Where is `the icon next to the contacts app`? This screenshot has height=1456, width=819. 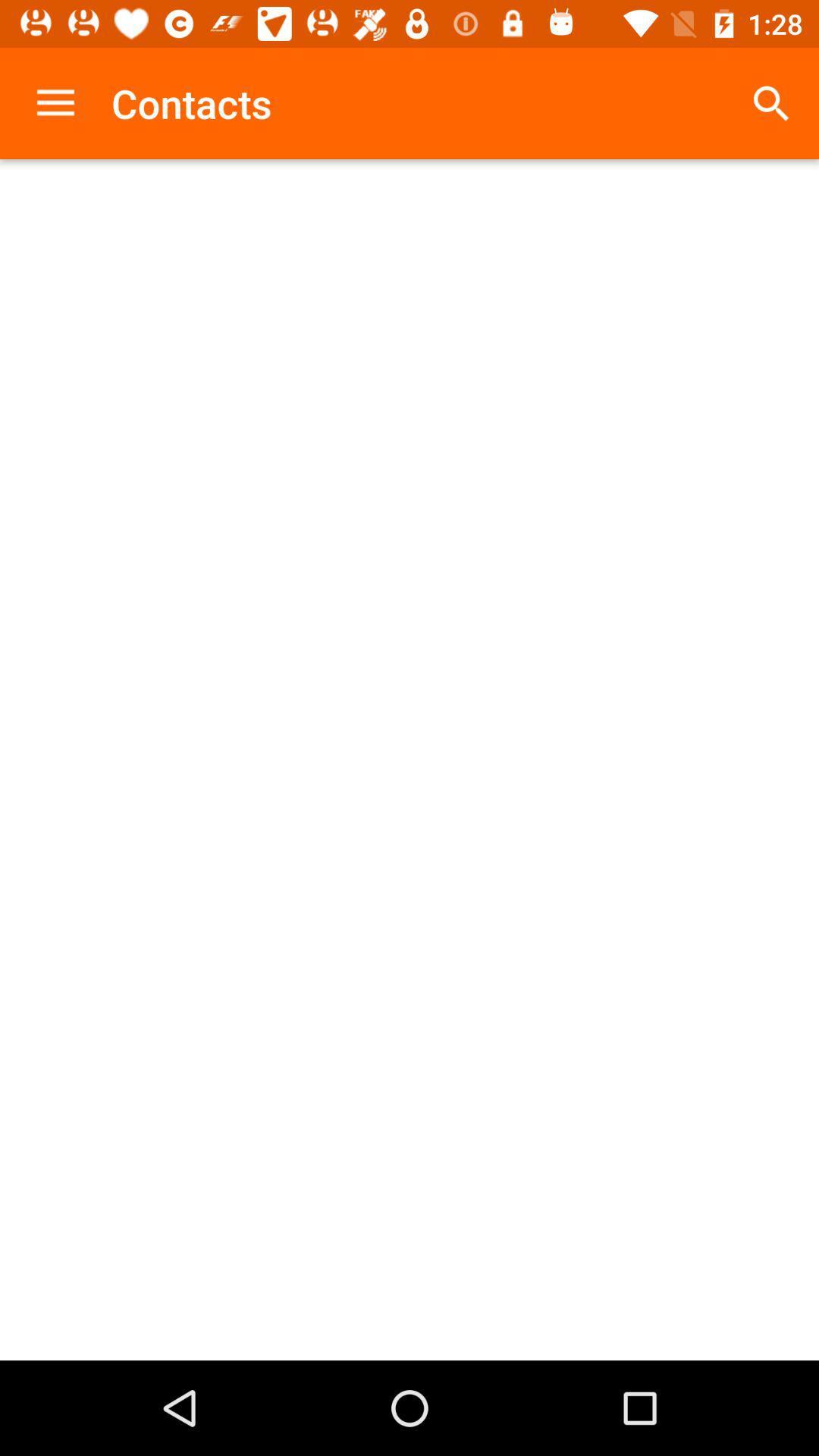
the icon next to the contacts app is located at coordinates (55, 102).